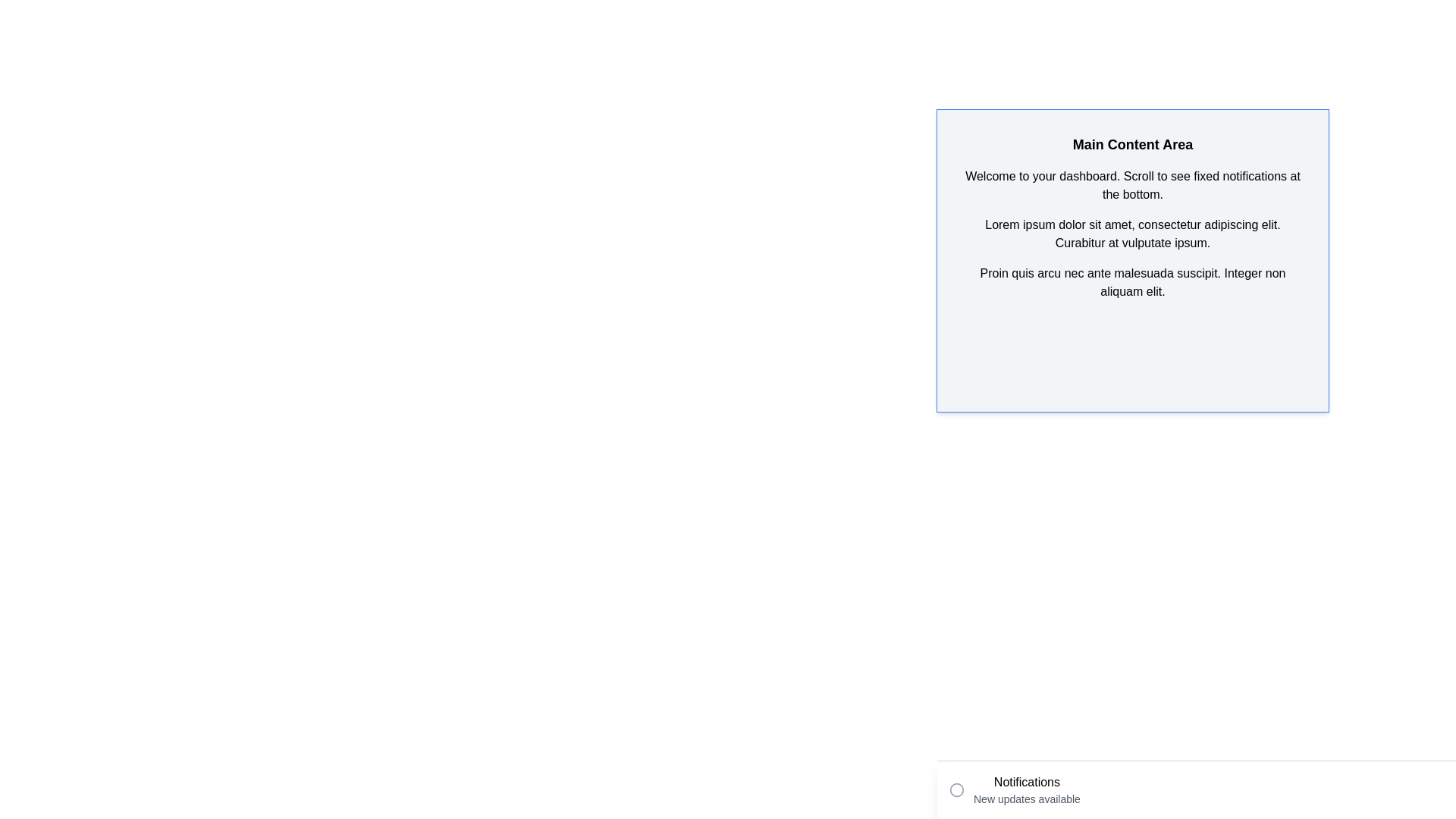 Image resolution: width=1456 pixels, height=819 pixels. I want to click on the Text block that displays notification updates, located at the bottom-right side of the interface, adjacent to a circular icon, so click(1027, 789).